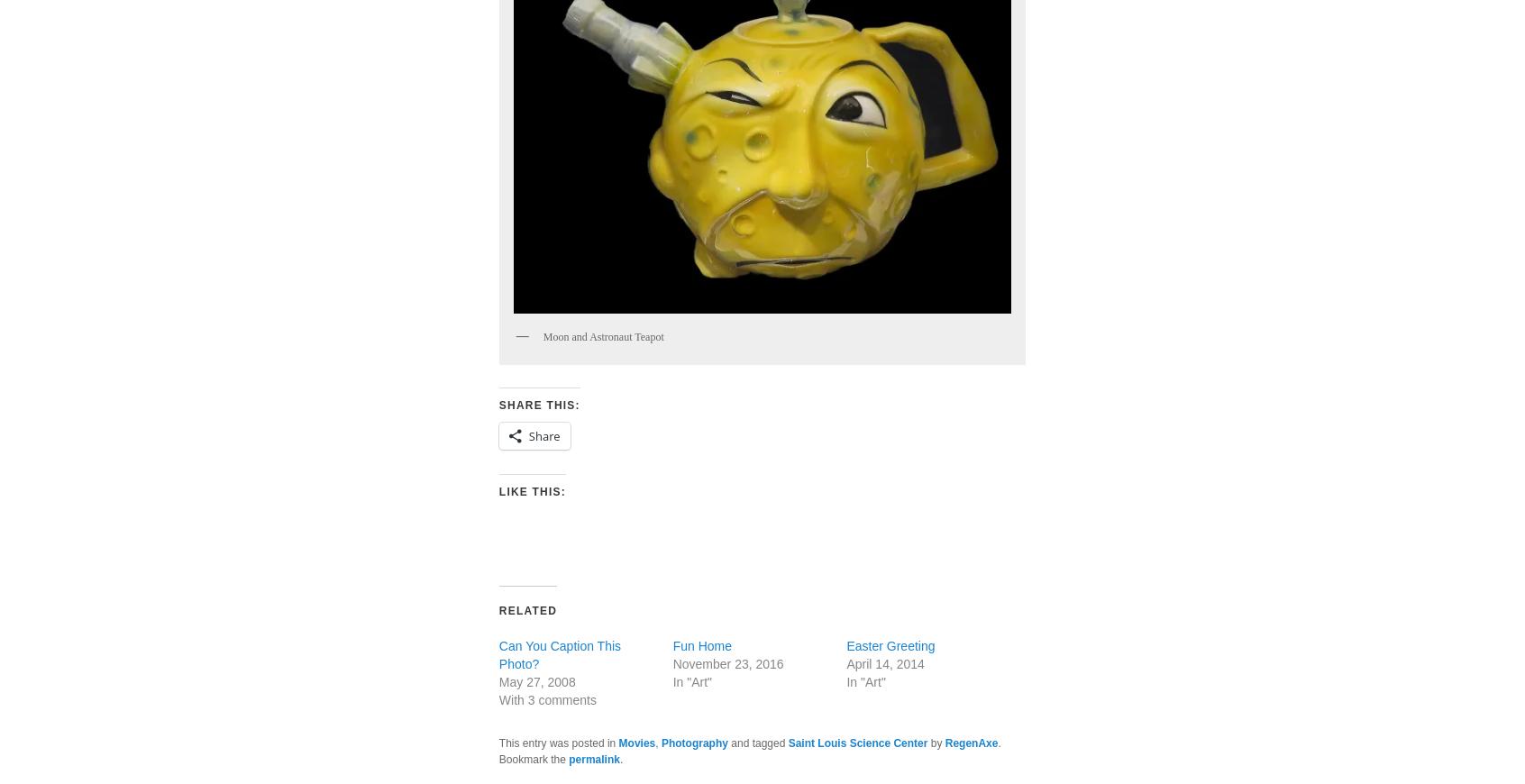 The image size is (1525, 784). I want to click on 'and tagged', so click(757, 742).